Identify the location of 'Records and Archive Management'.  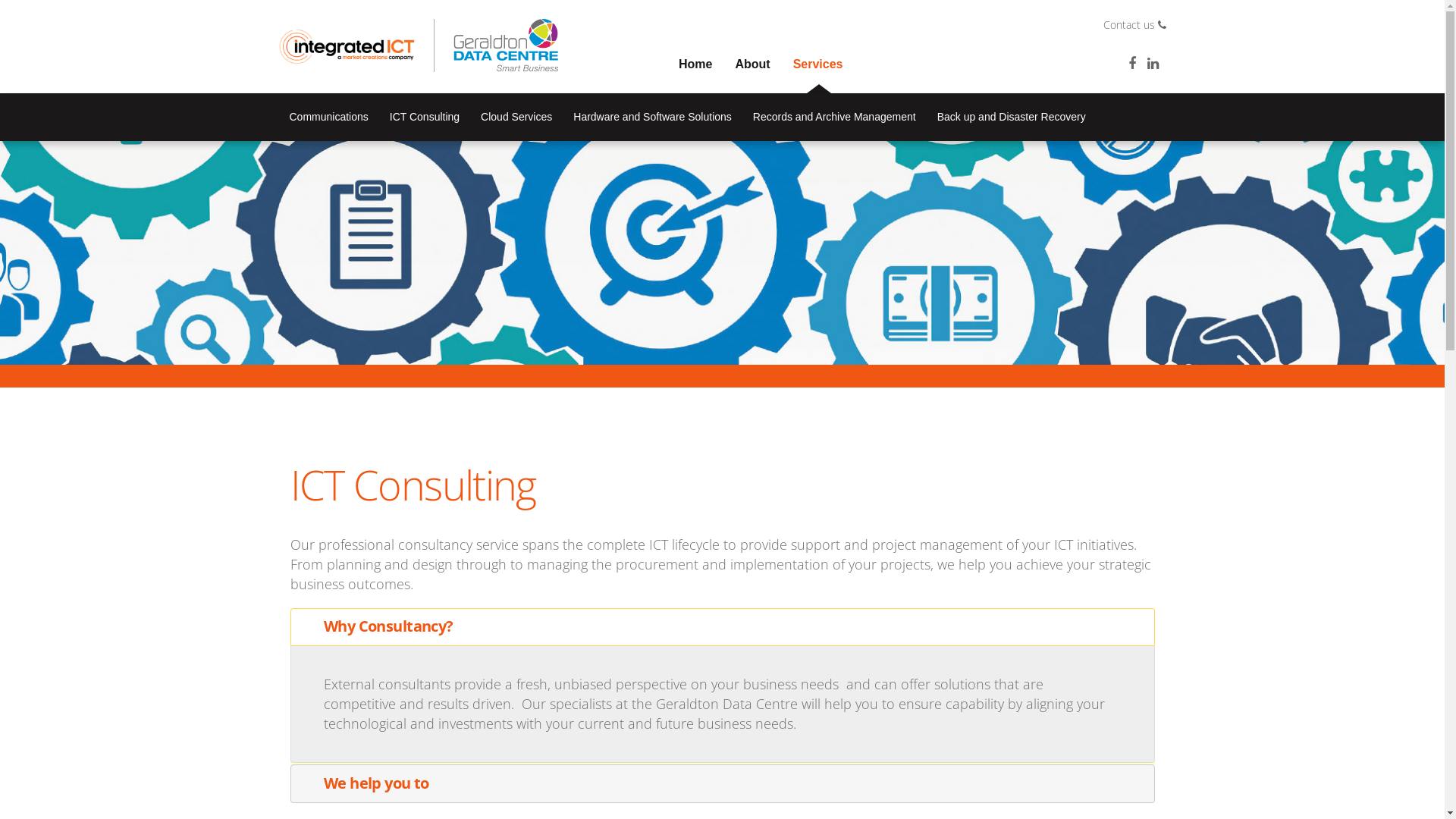
(833, 116).